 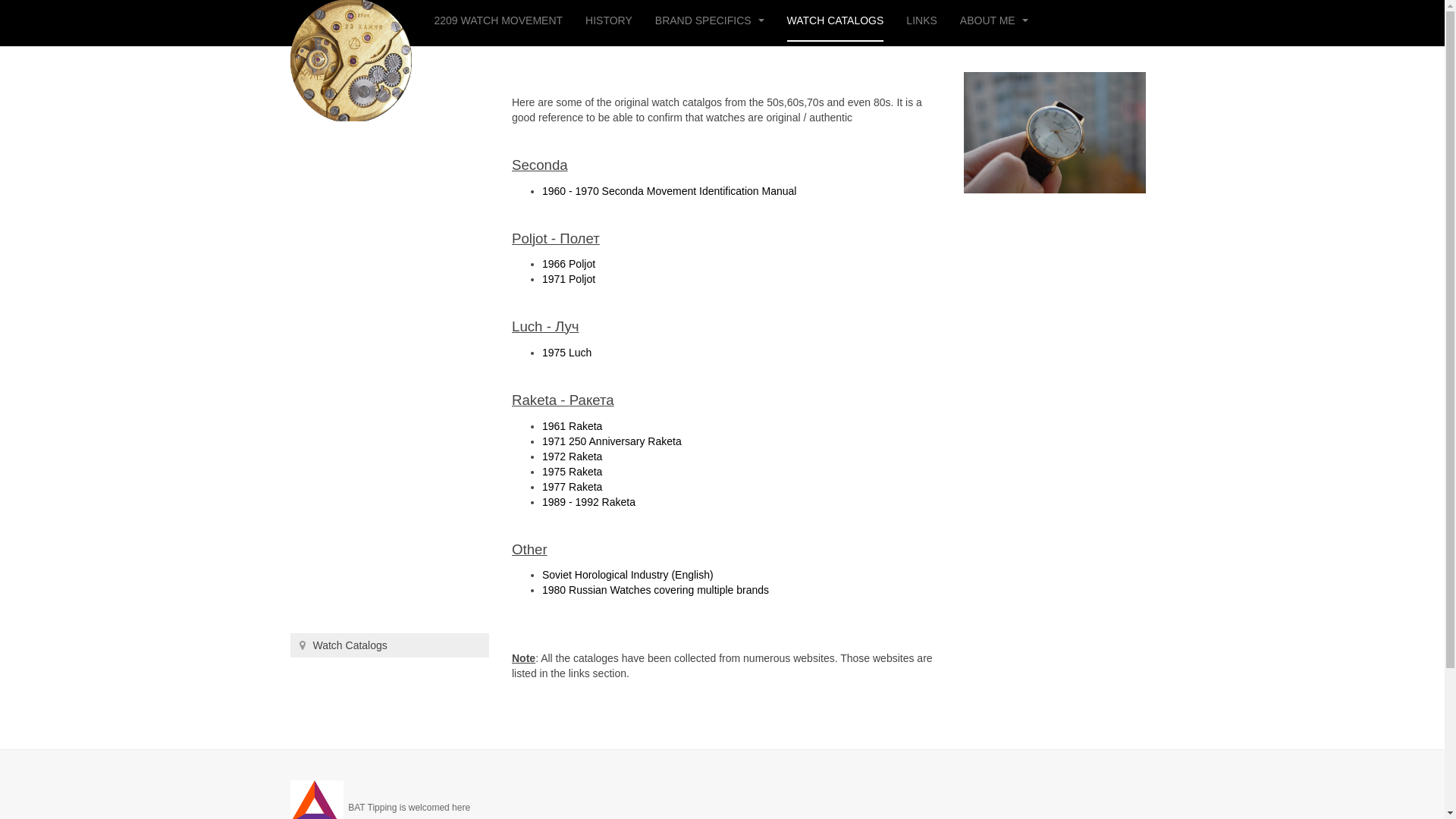 What do you see at coordinates (835, 20) in the screenshot?
I see `'WATCH CATALOGS'` at bounding box center [835, 20].